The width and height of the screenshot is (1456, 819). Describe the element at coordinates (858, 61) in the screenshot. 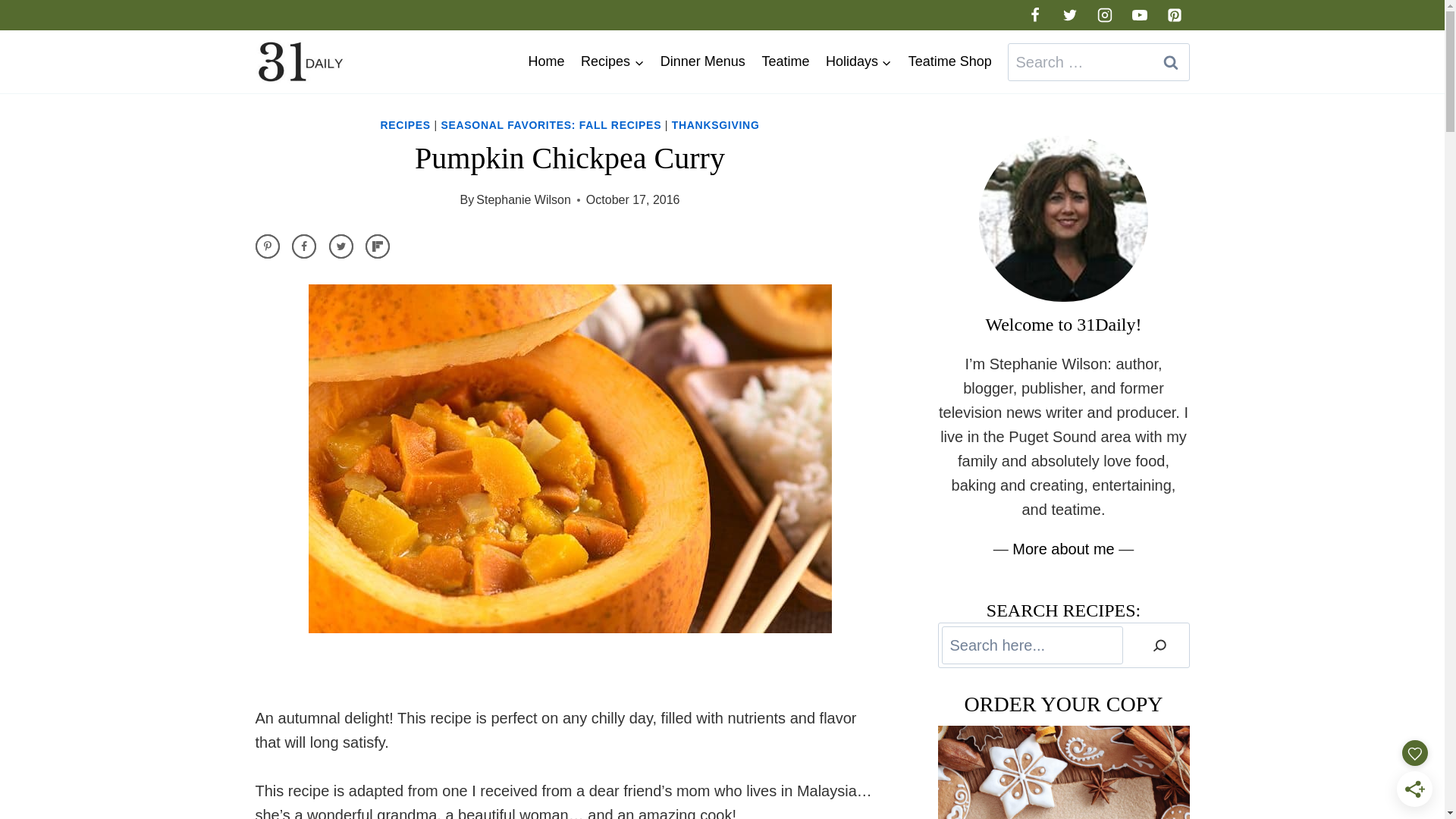

I see `'Holidays'` at that location.